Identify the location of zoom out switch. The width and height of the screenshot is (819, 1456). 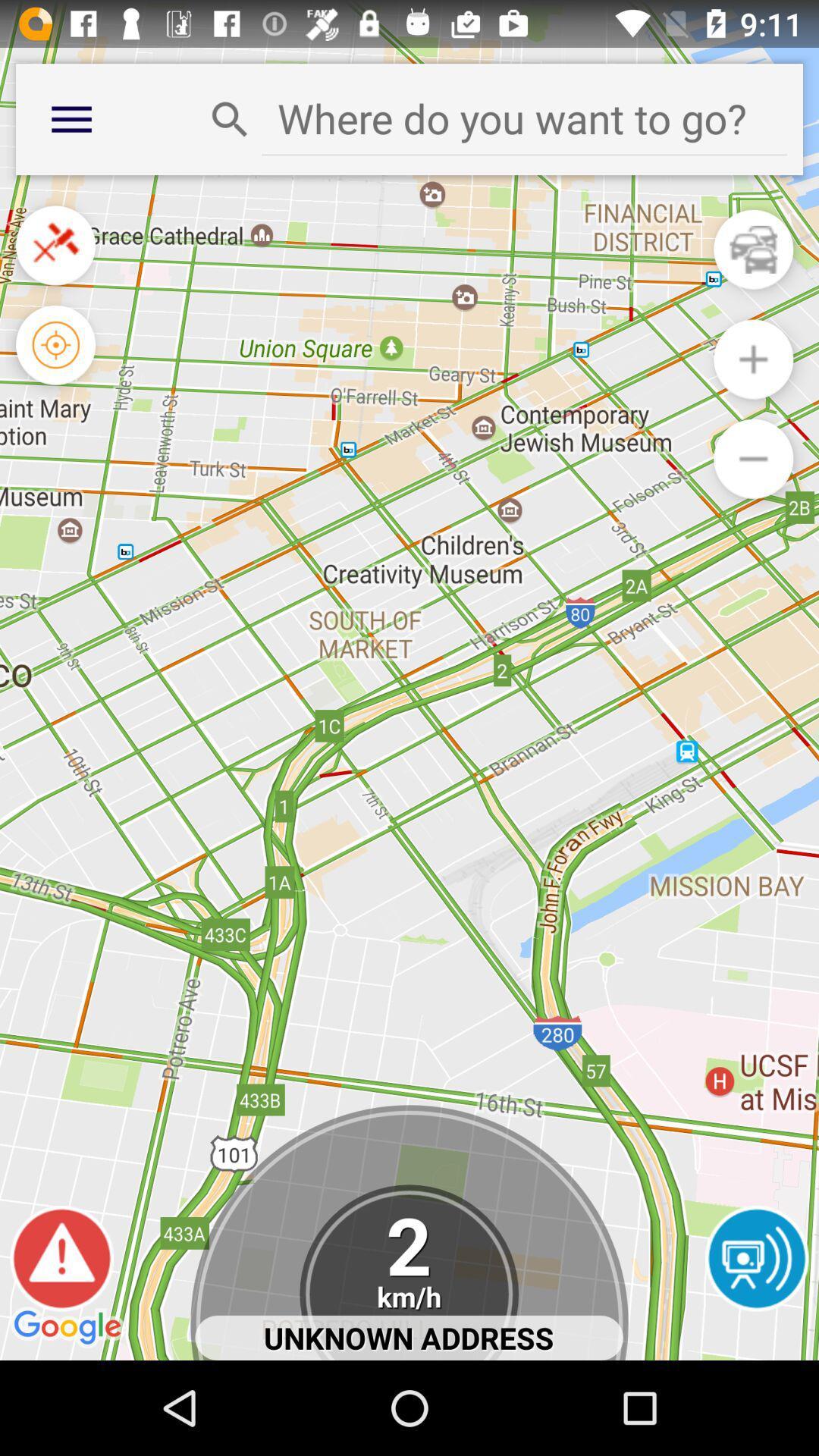
(753, 359).